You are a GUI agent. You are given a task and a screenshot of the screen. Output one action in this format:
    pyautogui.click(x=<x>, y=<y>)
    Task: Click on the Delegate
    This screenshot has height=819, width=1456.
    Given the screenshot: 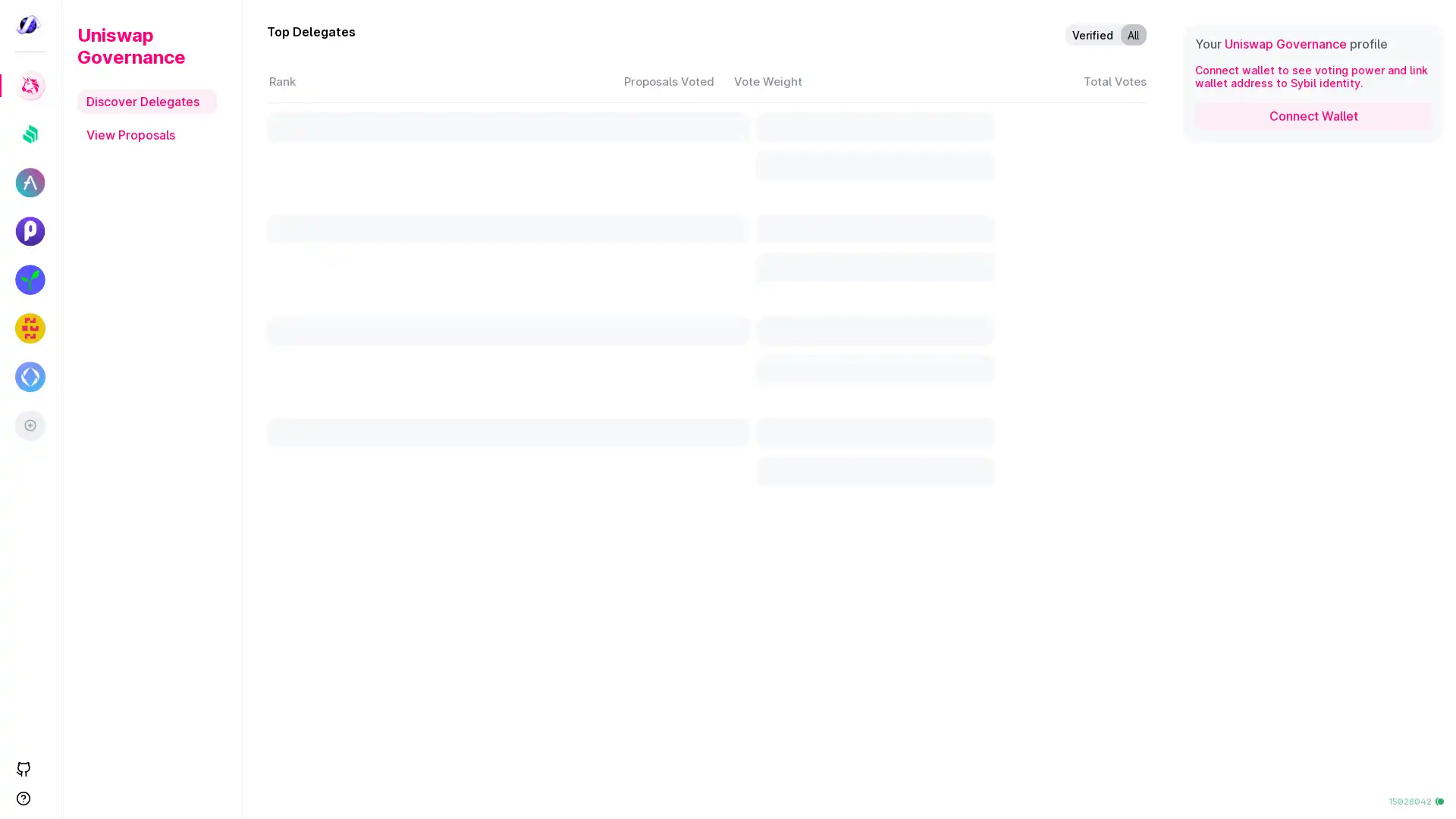 What is the action you would take?
    pyautogui.click(x=1006, y=441)
    